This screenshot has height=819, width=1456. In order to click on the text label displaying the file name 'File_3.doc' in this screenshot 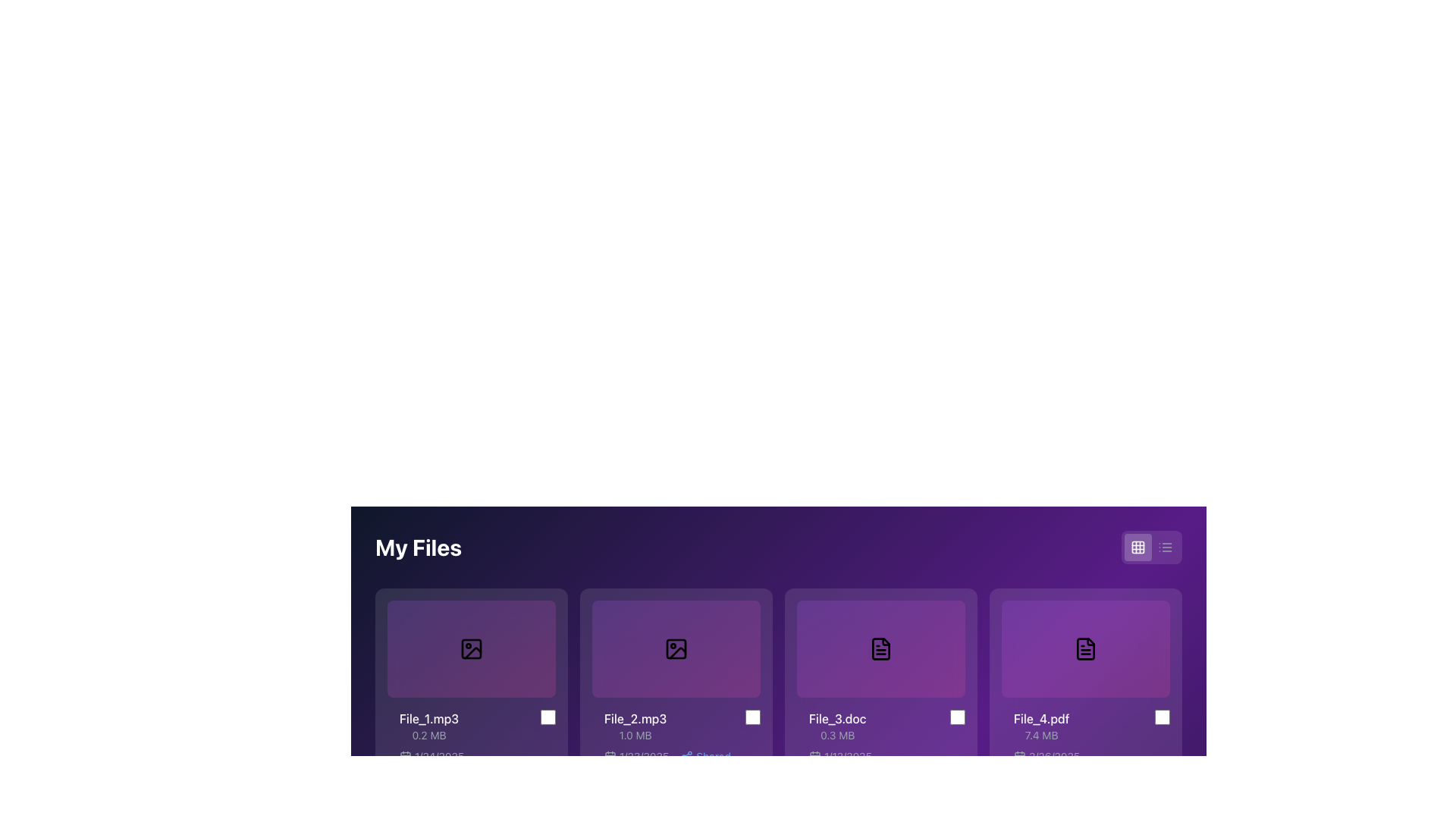, I will do `click(836, 718)`.